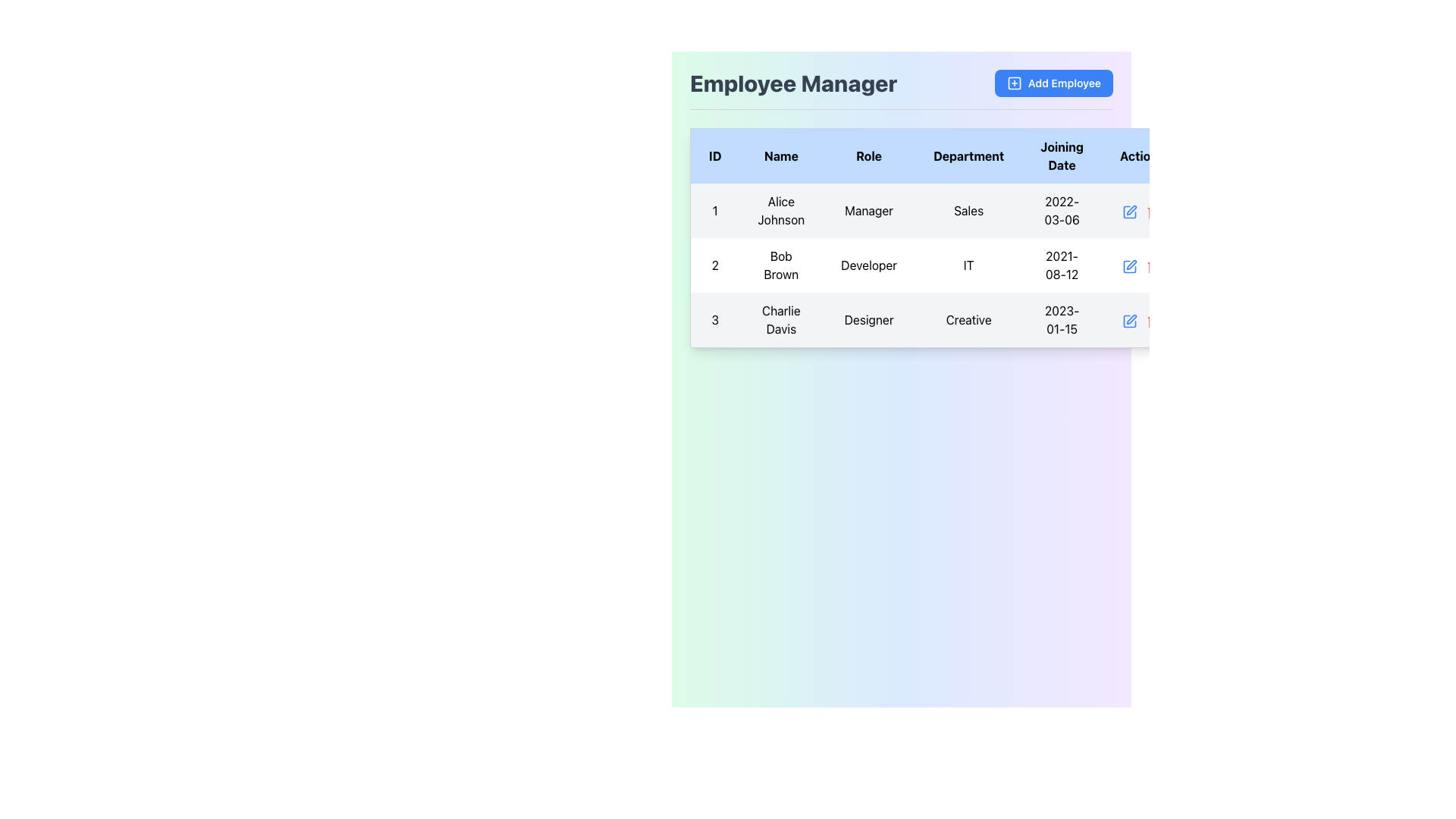  Describe the element at coordinates (1129, 265) in the screenshot. I see `the 'edit' icon button in the second row of the 'Employee Manager' table to initiate editing details for 'Bob Brown'` at that location.